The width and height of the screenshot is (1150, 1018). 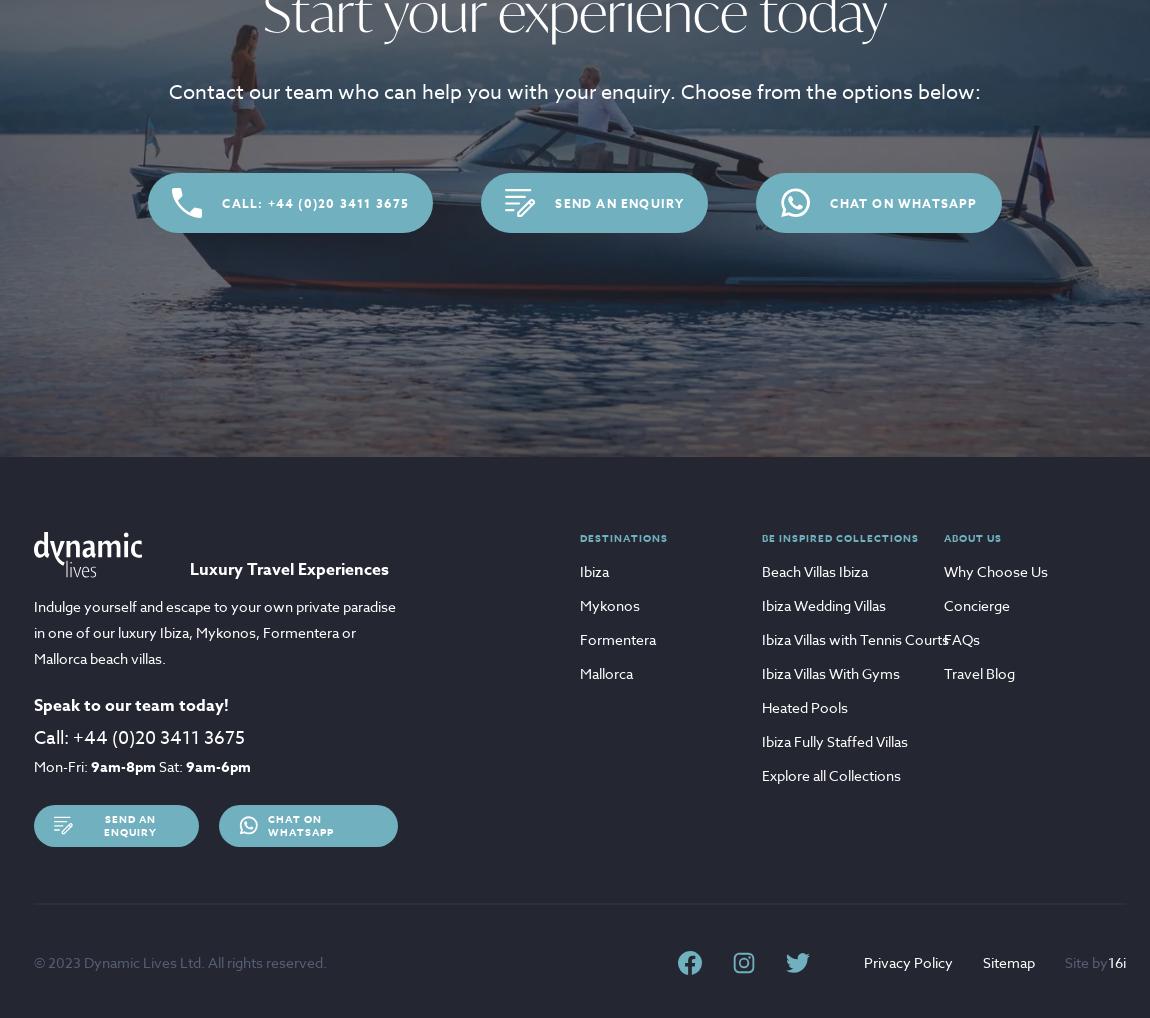 I want to click on 'Indulge yourself and escape to your own private paradise in one of our luxury Ibiza, Mykonos, Formentera or Mallorca beach villas.', so click(x=214, y=630).